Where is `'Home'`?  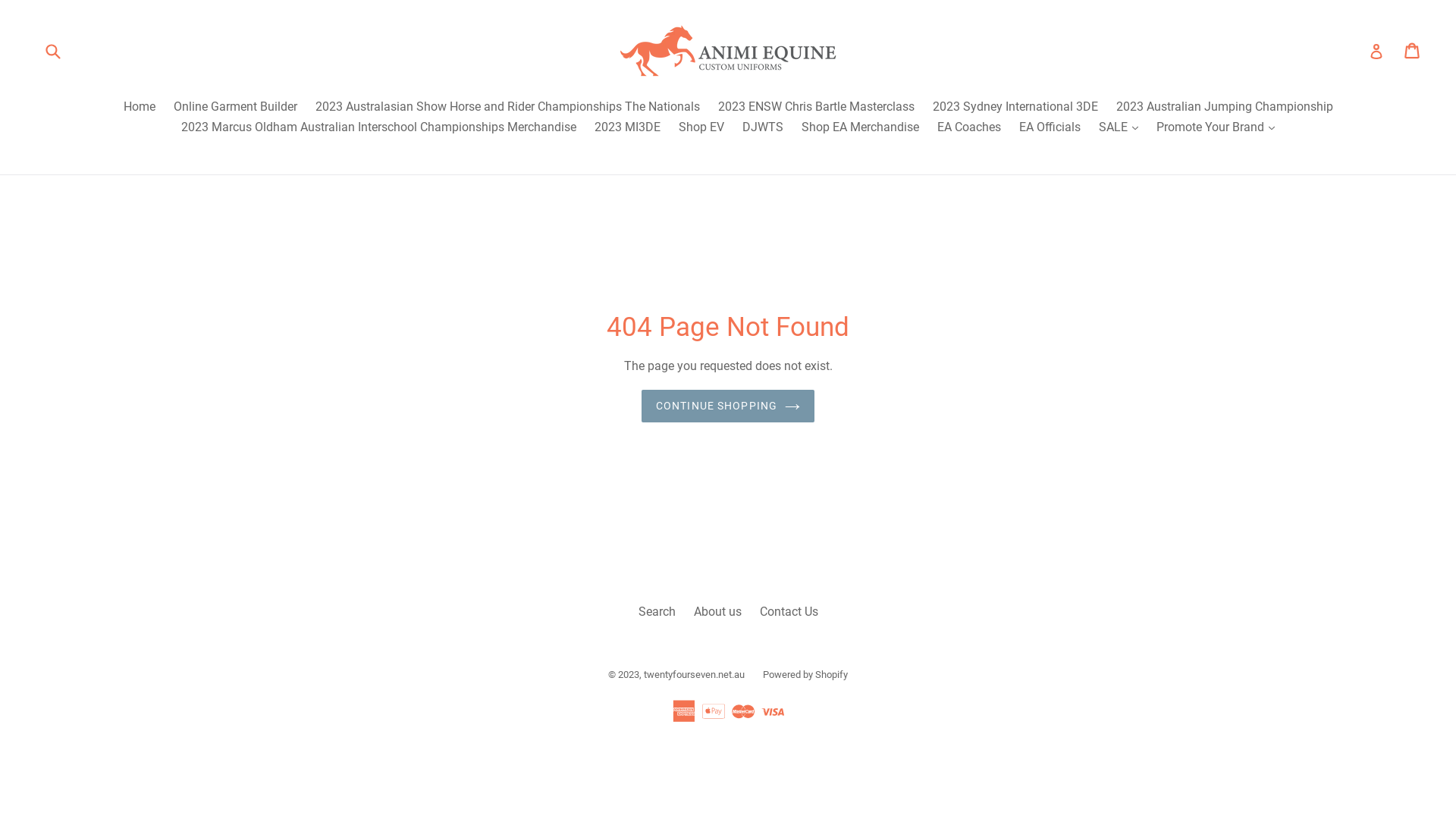 'Home' is located at coordinates (138, 107).